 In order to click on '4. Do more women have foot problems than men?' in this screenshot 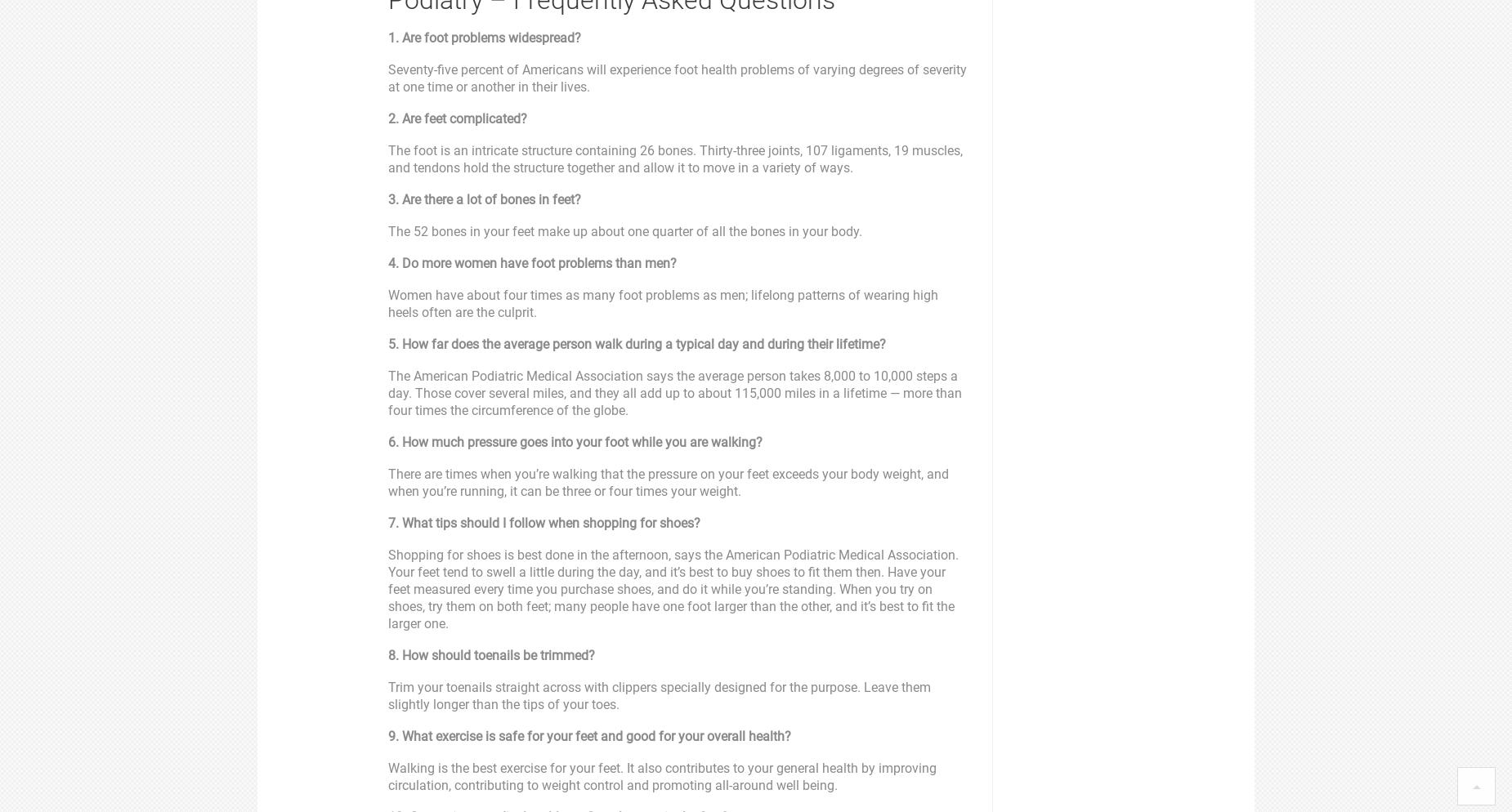, I will do `click(532, 262)`.